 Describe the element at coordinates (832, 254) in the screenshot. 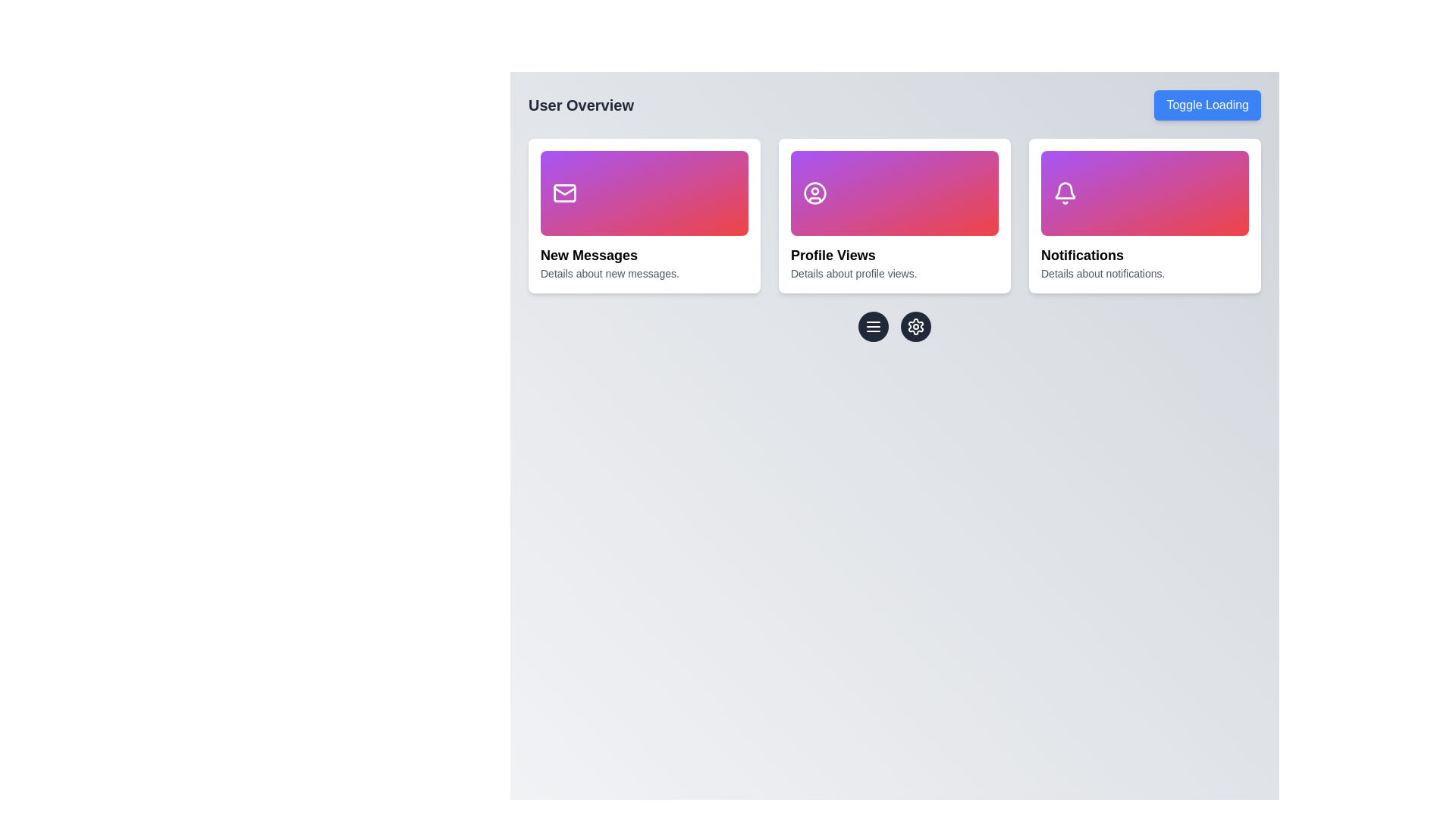

I see `the bold text label displaying 'Profile Views' located below the user's profile icon in the second card from the left` at that location.